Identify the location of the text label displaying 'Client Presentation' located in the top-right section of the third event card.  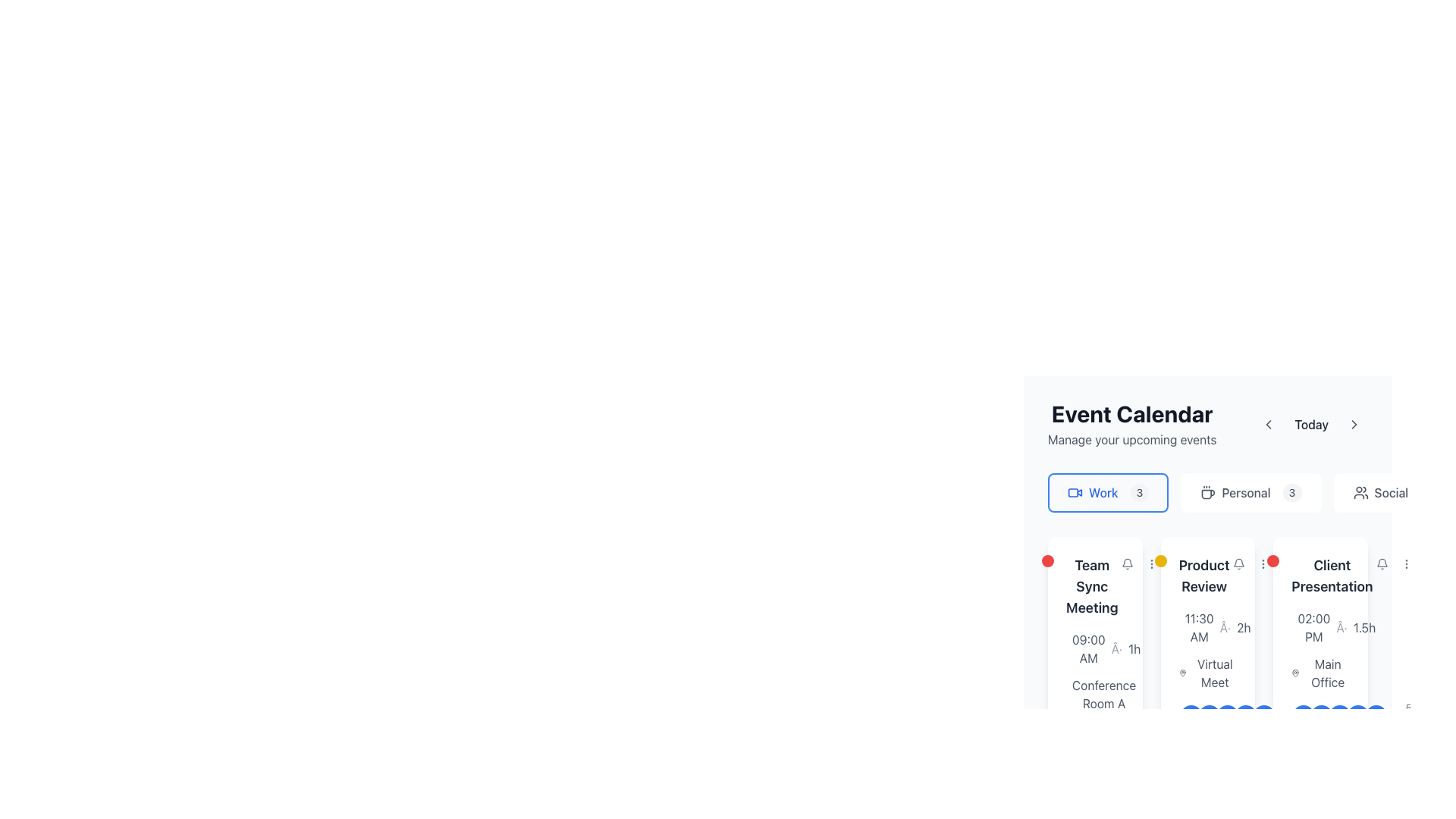
(1319, 576).